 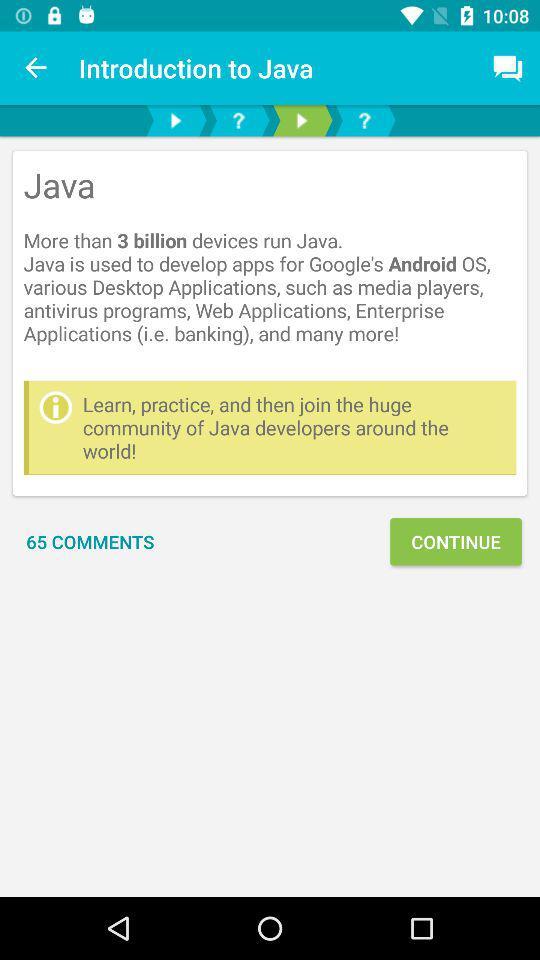 What do you see at coordinates (270, 264) in the screenshot?
I see `the java  more` at bounding box center [270, 264].